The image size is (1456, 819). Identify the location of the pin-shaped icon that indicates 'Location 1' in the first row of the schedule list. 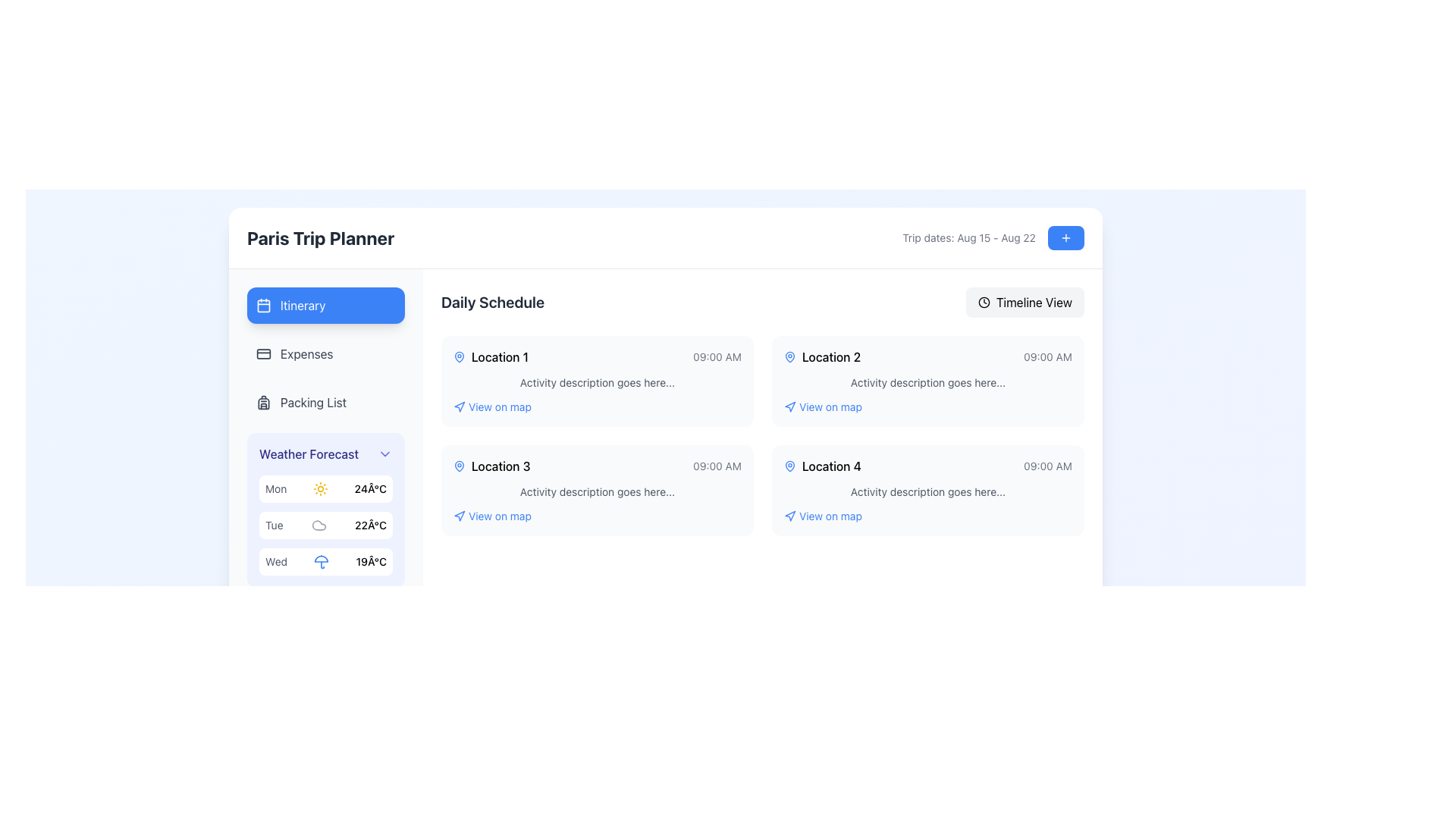
(458, 356).